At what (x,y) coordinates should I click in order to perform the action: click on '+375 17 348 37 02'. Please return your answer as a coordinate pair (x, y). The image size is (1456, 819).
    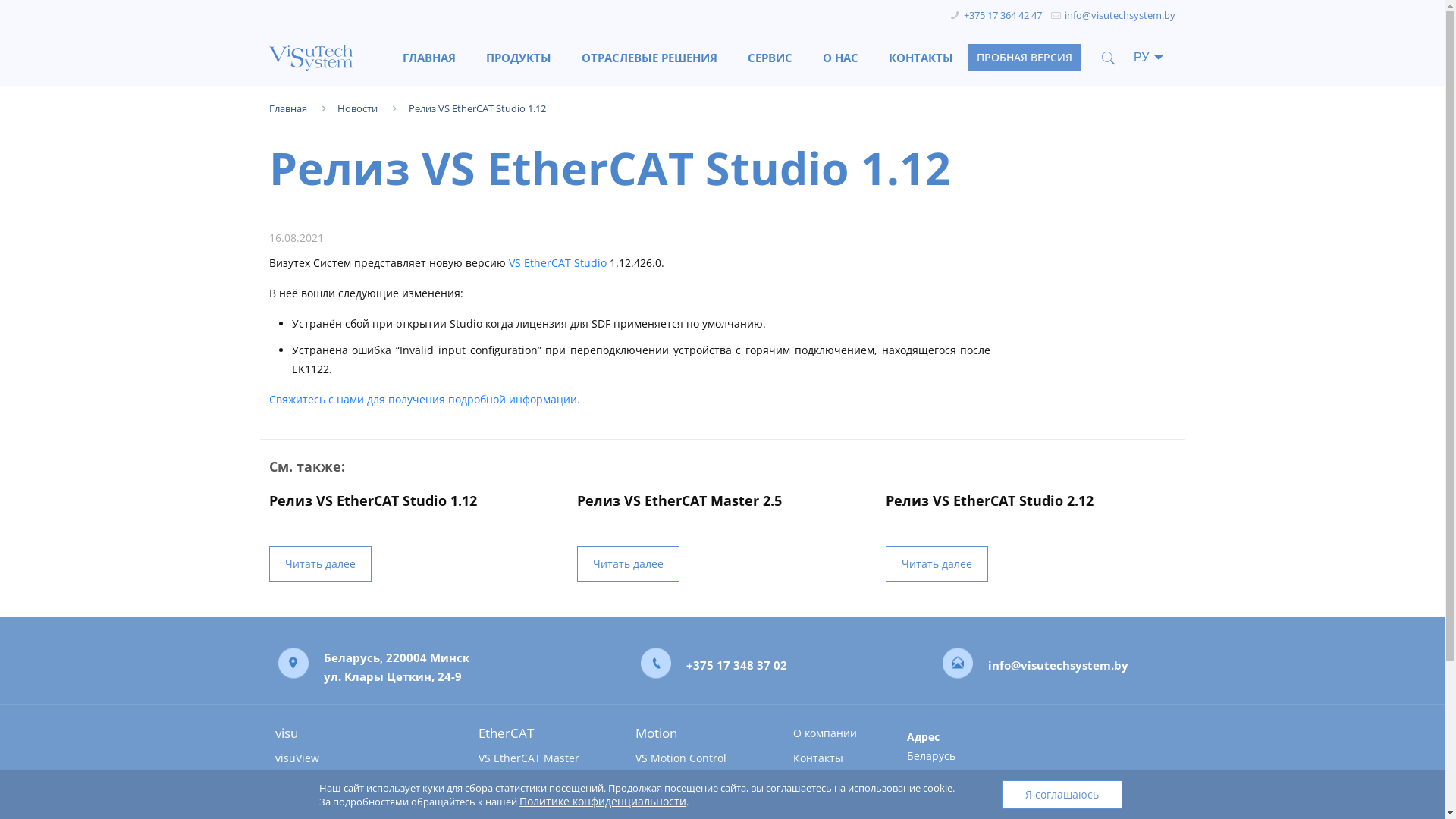
    Looking at the image, I should click on (736, 663).